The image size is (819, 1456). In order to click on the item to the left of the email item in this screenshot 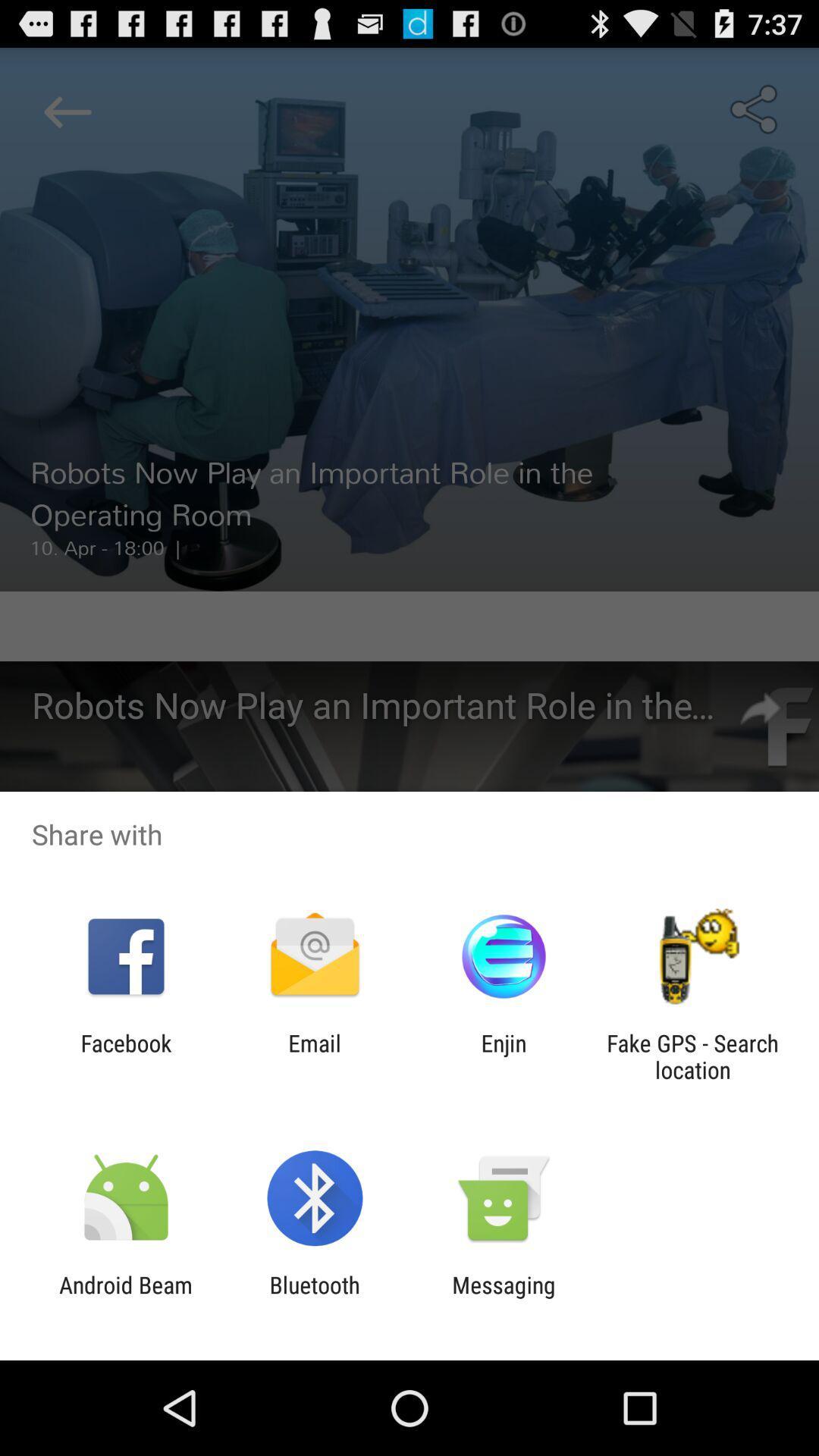, I will do `click(125, 1056)`.